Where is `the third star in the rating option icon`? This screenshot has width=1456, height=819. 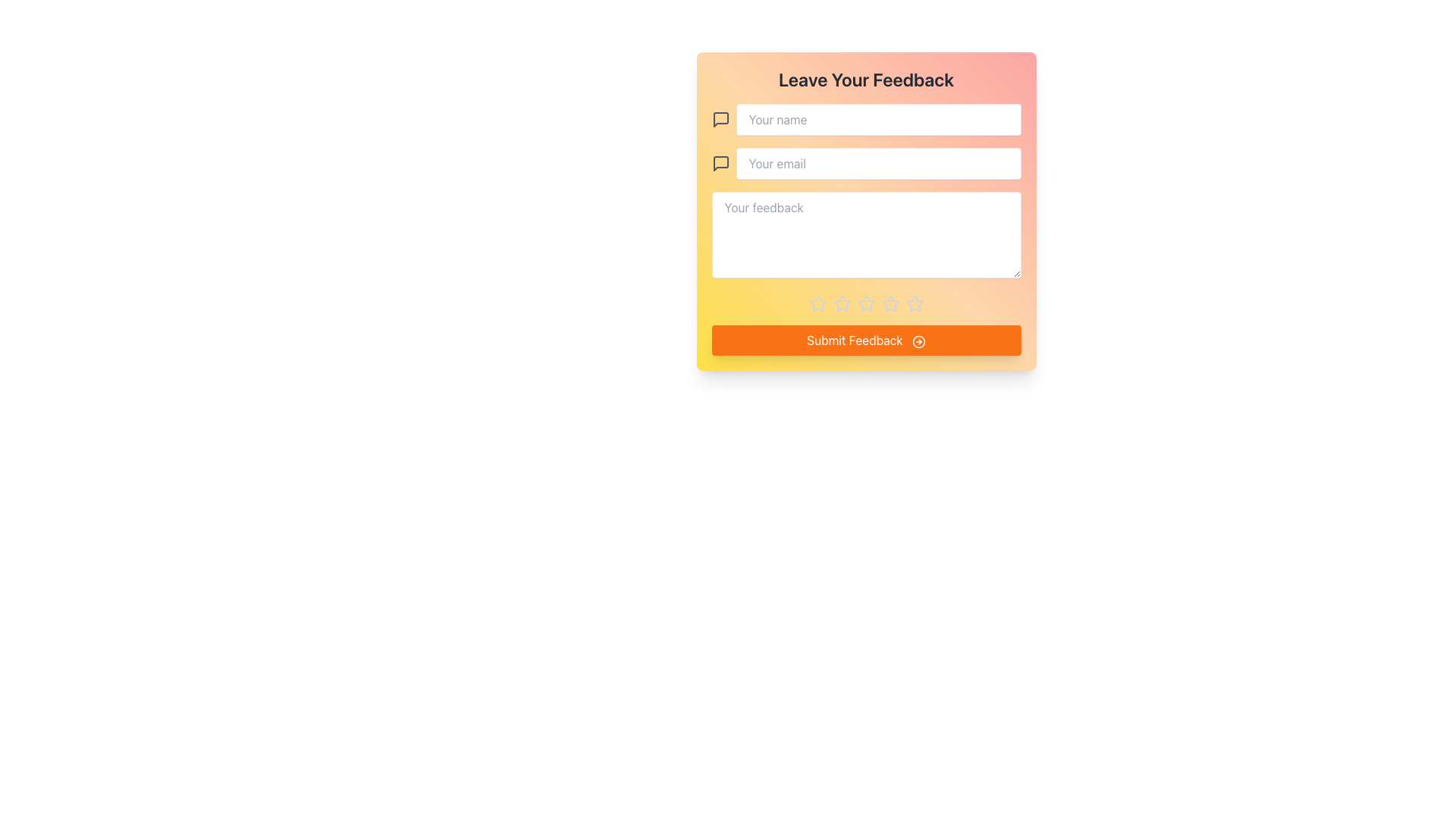 the third star in the rating option icon is located at coordinates (866, 304).